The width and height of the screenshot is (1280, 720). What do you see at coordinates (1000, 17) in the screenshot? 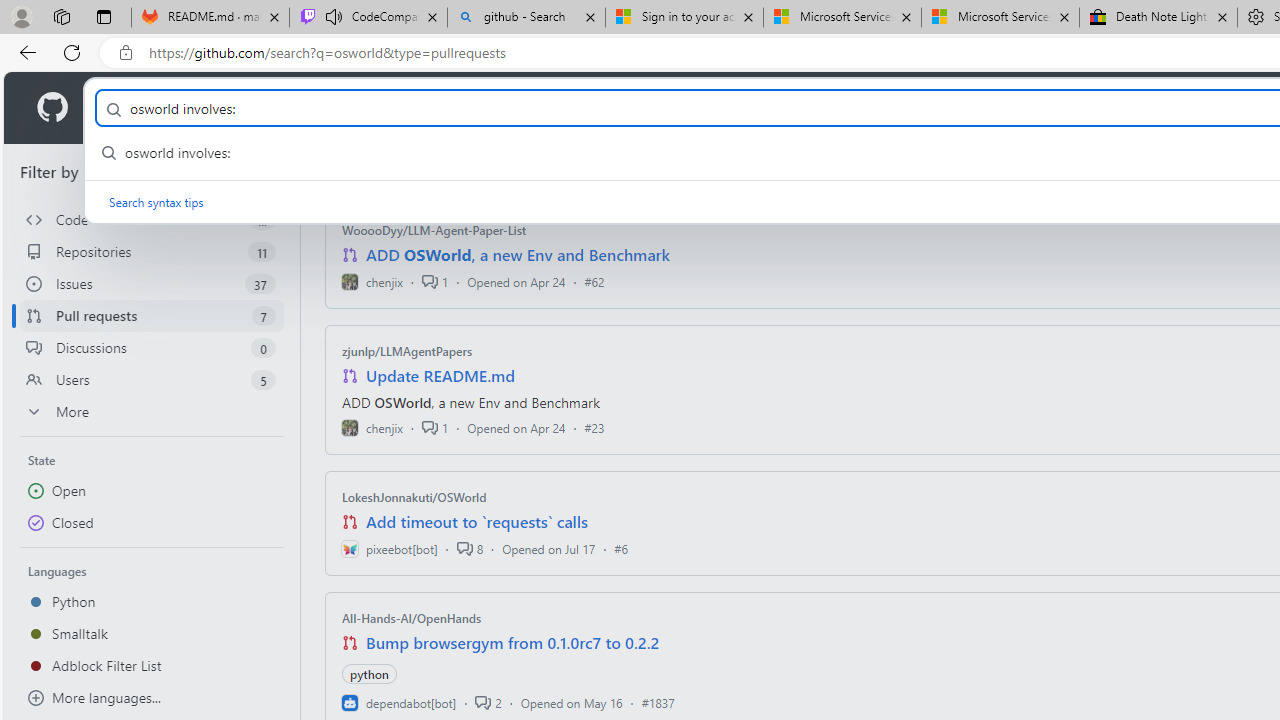
I see `'Microsoft Services Agreement'` at bounding box center [1000, 17].